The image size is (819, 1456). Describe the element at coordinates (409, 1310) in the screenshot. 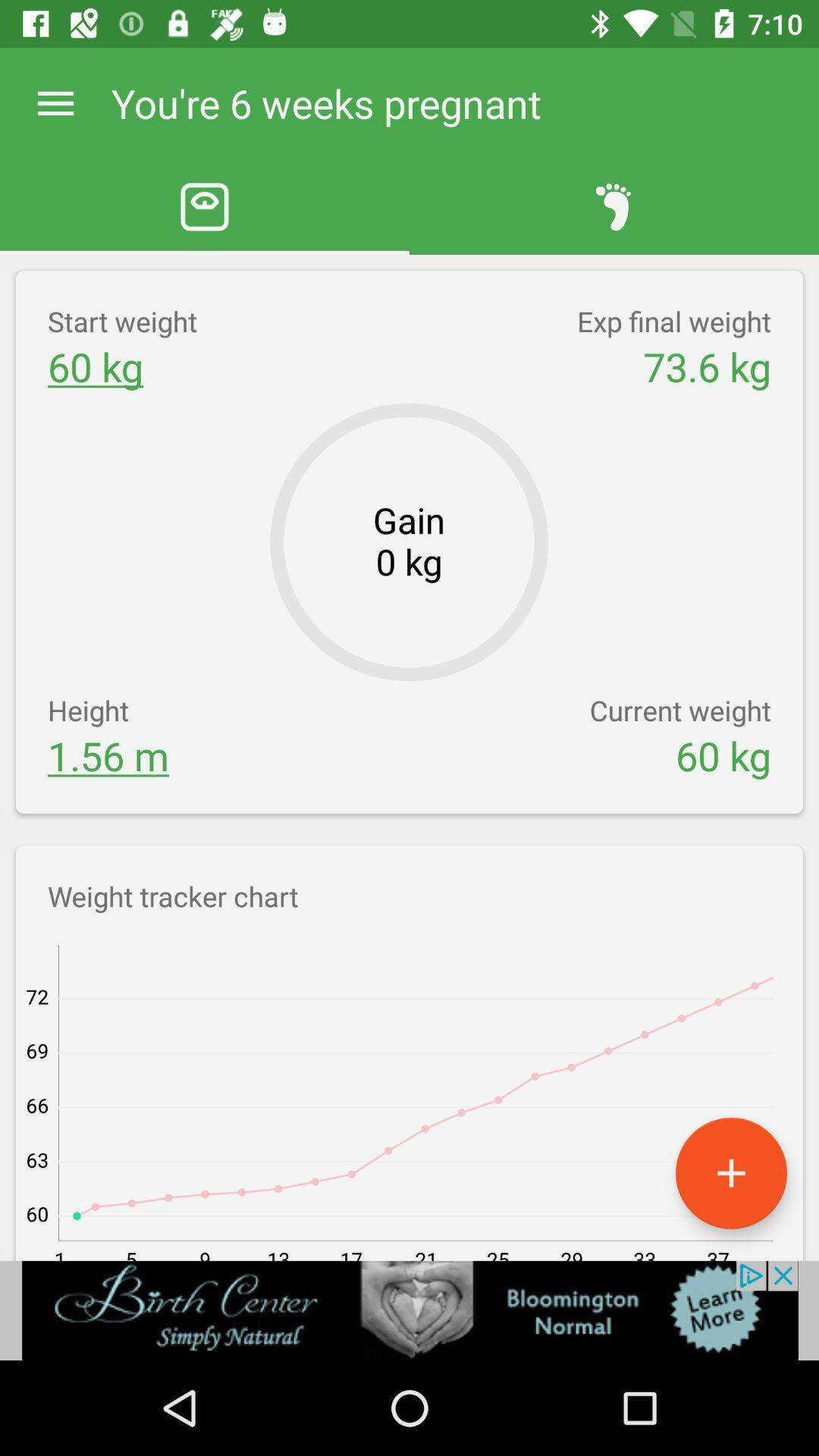

I see `advertisement` at that location.